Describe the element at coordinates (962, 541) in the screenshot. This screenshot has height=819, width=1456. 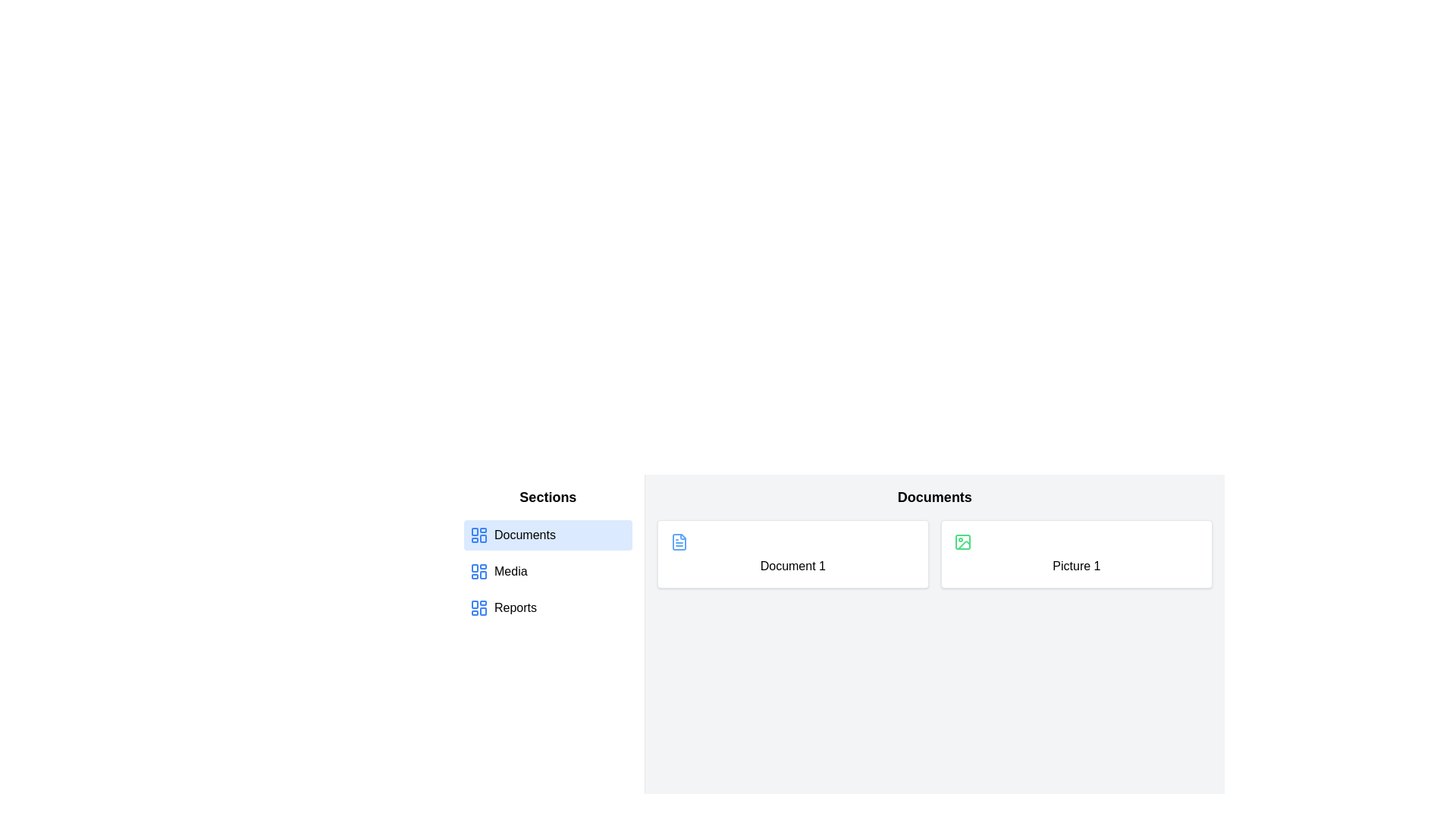
I see `the visual content of the small, rectangular Graphical Icon Component located at the top center of the card labeled 'Picture 1' in the 'Documents' section` at that location.